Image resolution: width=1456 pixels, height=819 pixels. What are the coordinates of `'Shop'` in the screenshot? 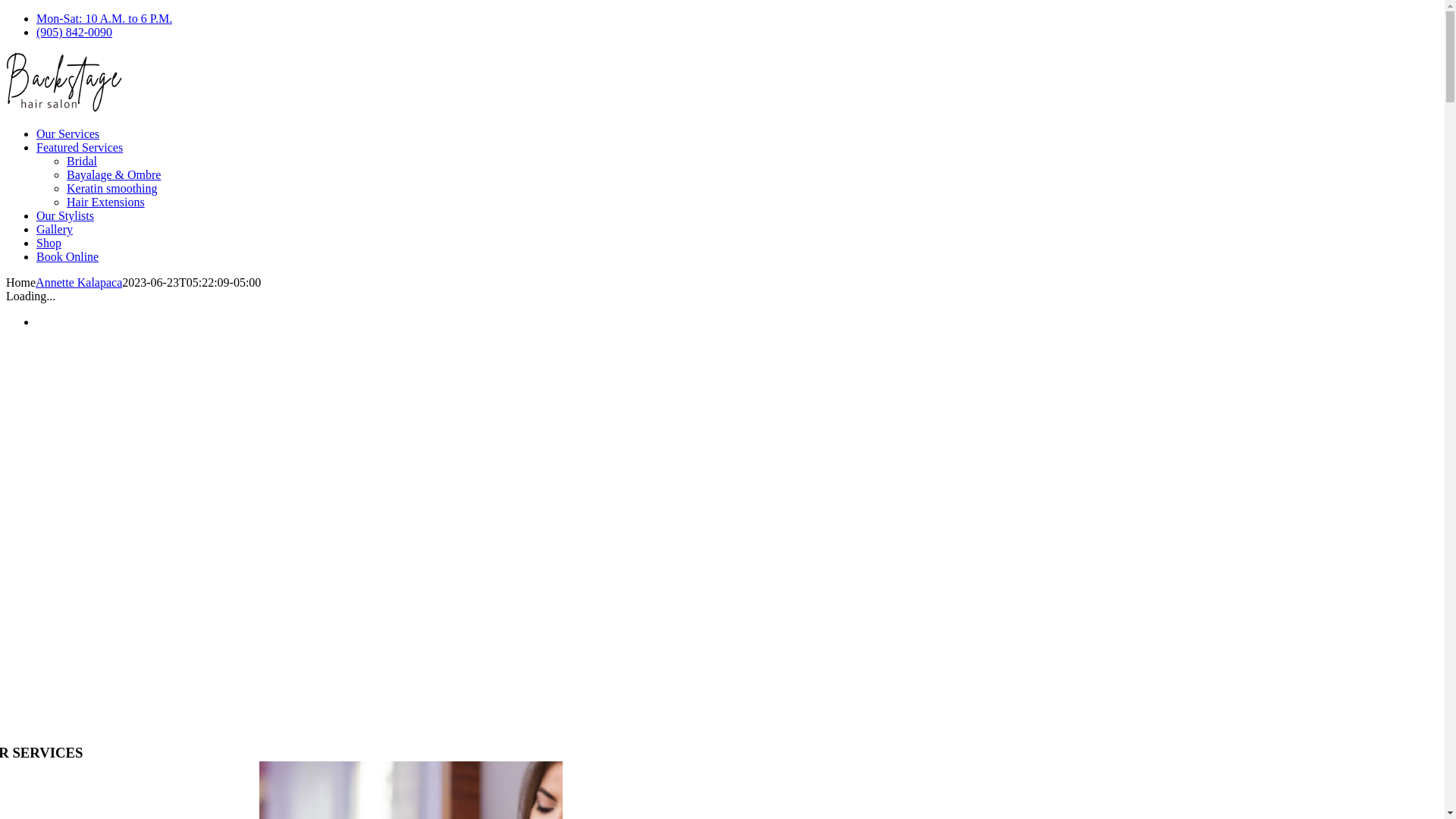 It's located at (49, 242).